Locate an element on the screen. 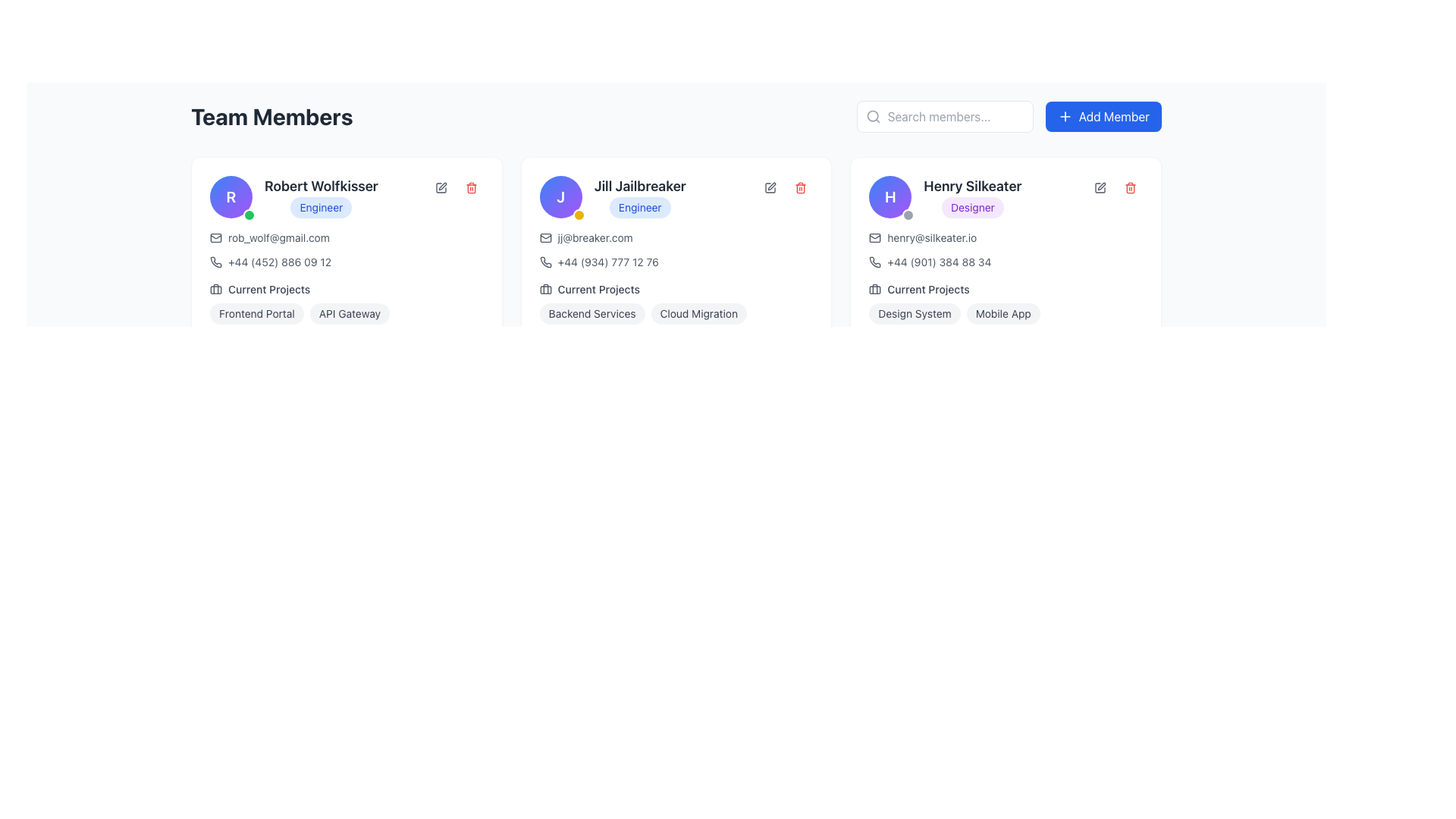 The width and height of the screenshot is (1456, 819). the 'Design System' label, which is a small rectangular tag with rounded edges located under the 'Current Projects' section in Henry Silkeater's profile card is located at coordinates (914, 312).